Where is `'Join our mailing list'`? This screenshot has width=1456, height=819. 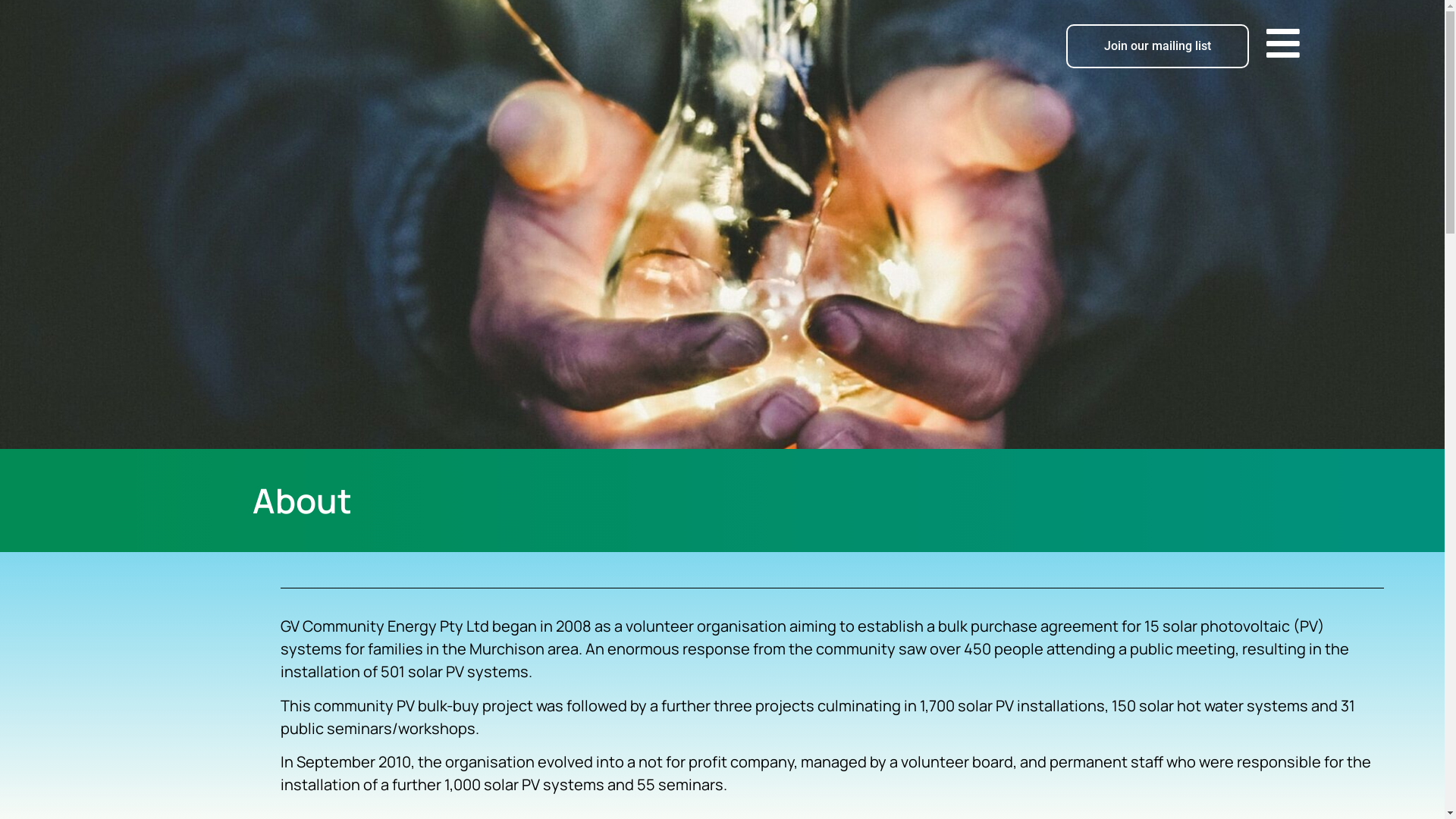 'Join our mailing list' is located at coordinates (1156, 45).